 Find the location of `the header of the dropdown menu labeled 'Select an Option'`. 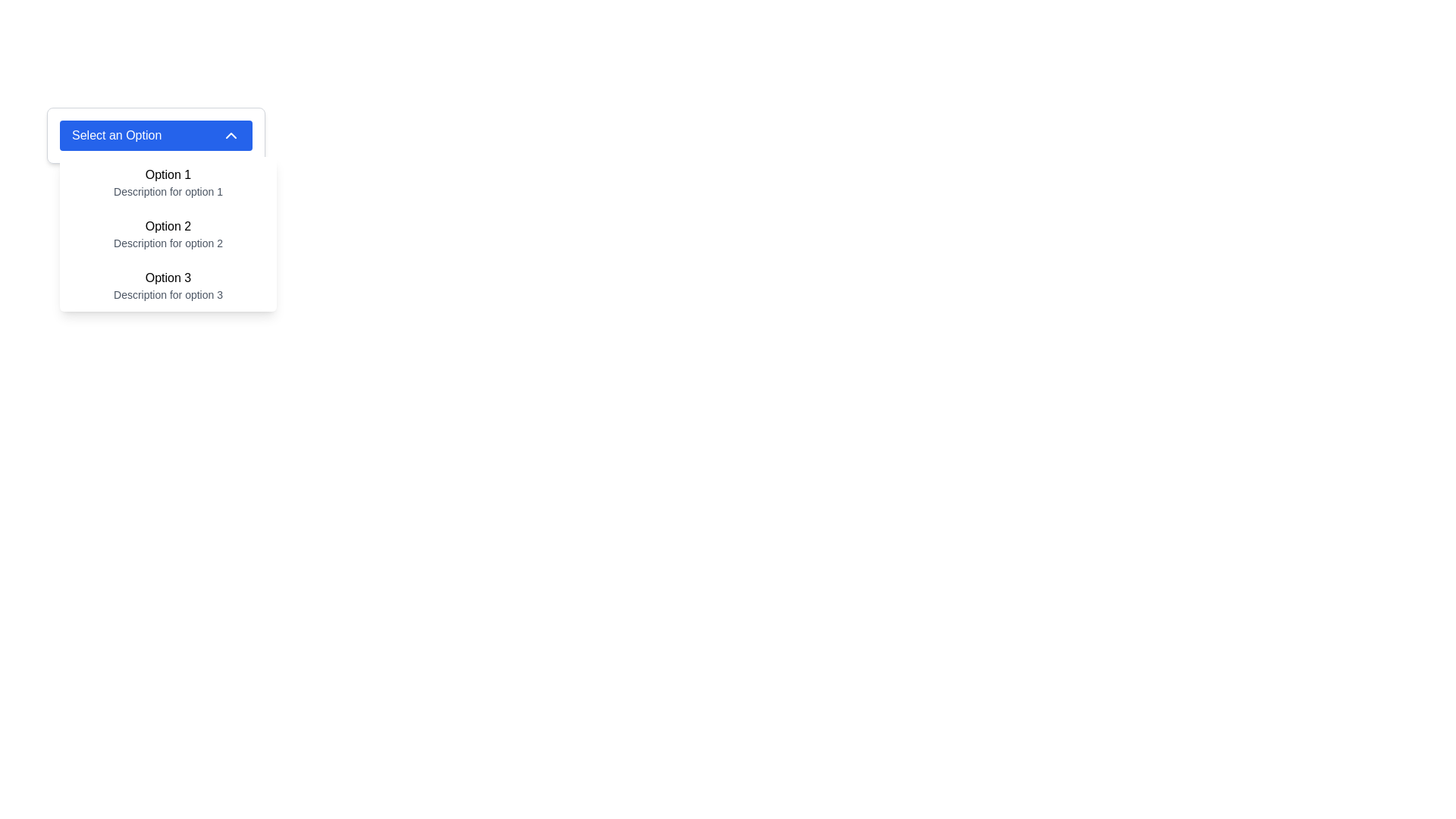

the header of the dropdown menu labeled 'Select an Option' is located at coordinates (156, 134).